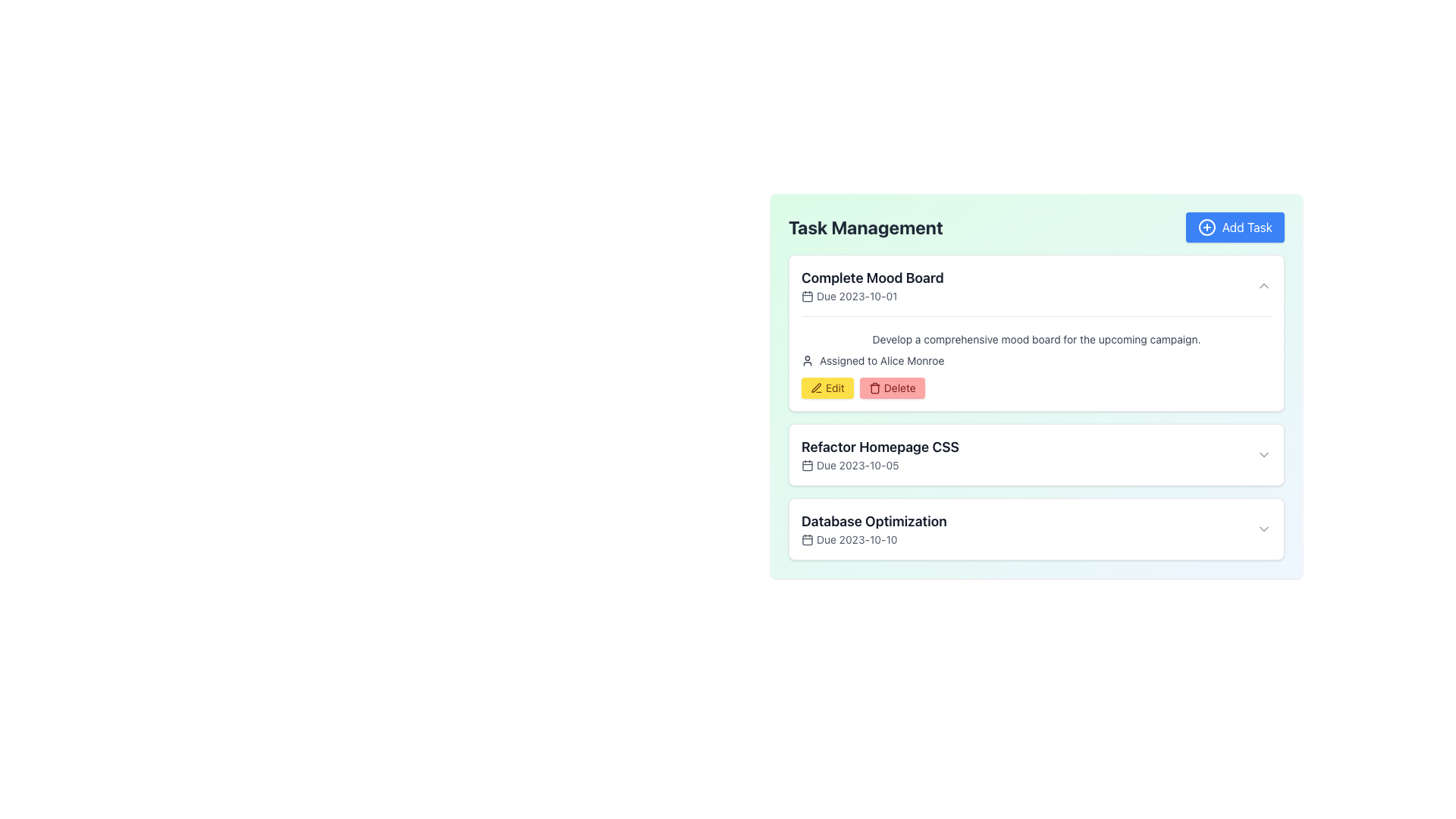 This screenshot has width=1456, height=819. What do you see at coordinates (880, 447) in the screenshot?
I see `the title text label in the second task card of the 'Task Management' section, which identifies the specific task clearly` at bounding box center [880, 447].